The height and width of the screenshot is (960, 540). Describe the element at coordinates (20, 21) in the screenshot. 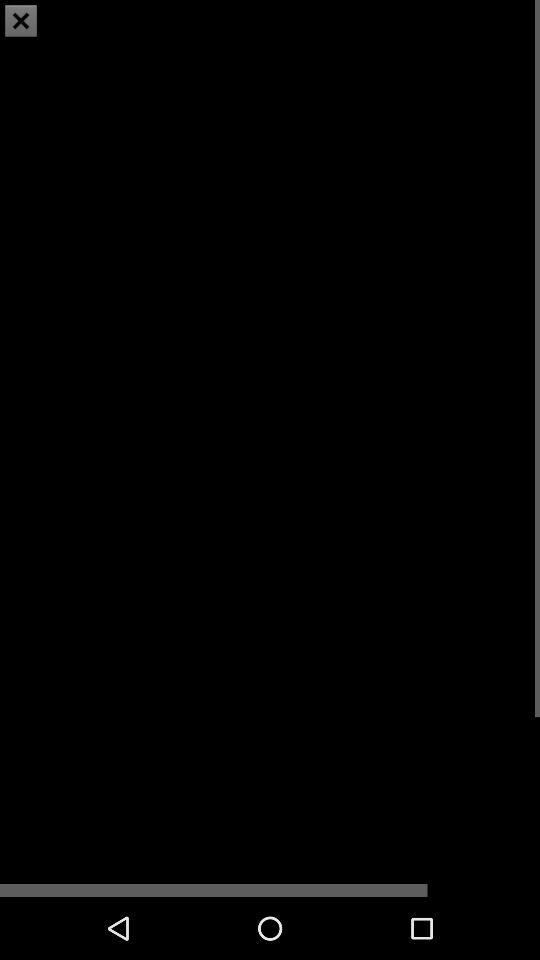

I see `the close icon` at that location.